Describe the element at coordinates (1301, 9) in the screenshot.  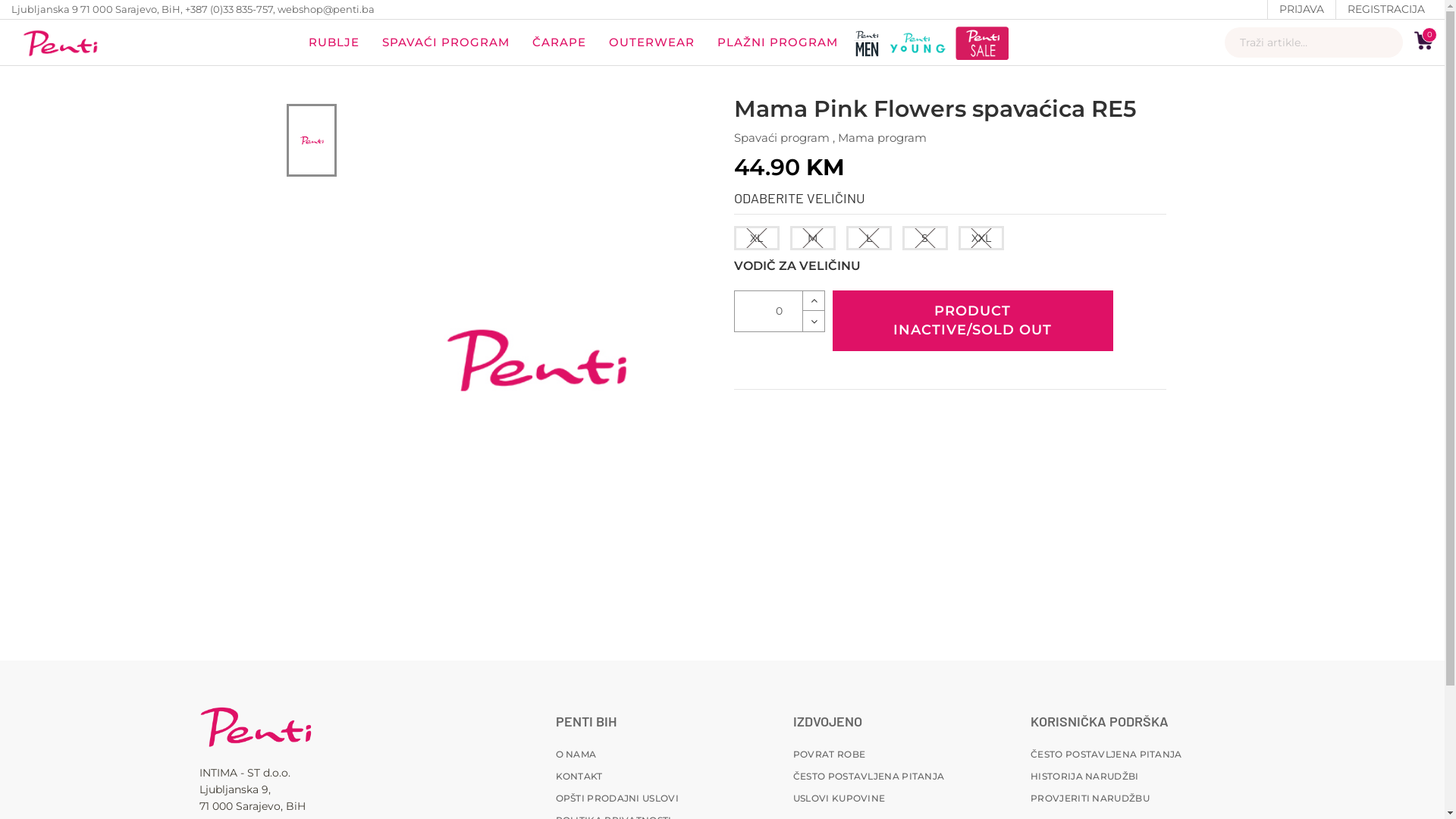
I see `'PRIJAVA'` at that location.